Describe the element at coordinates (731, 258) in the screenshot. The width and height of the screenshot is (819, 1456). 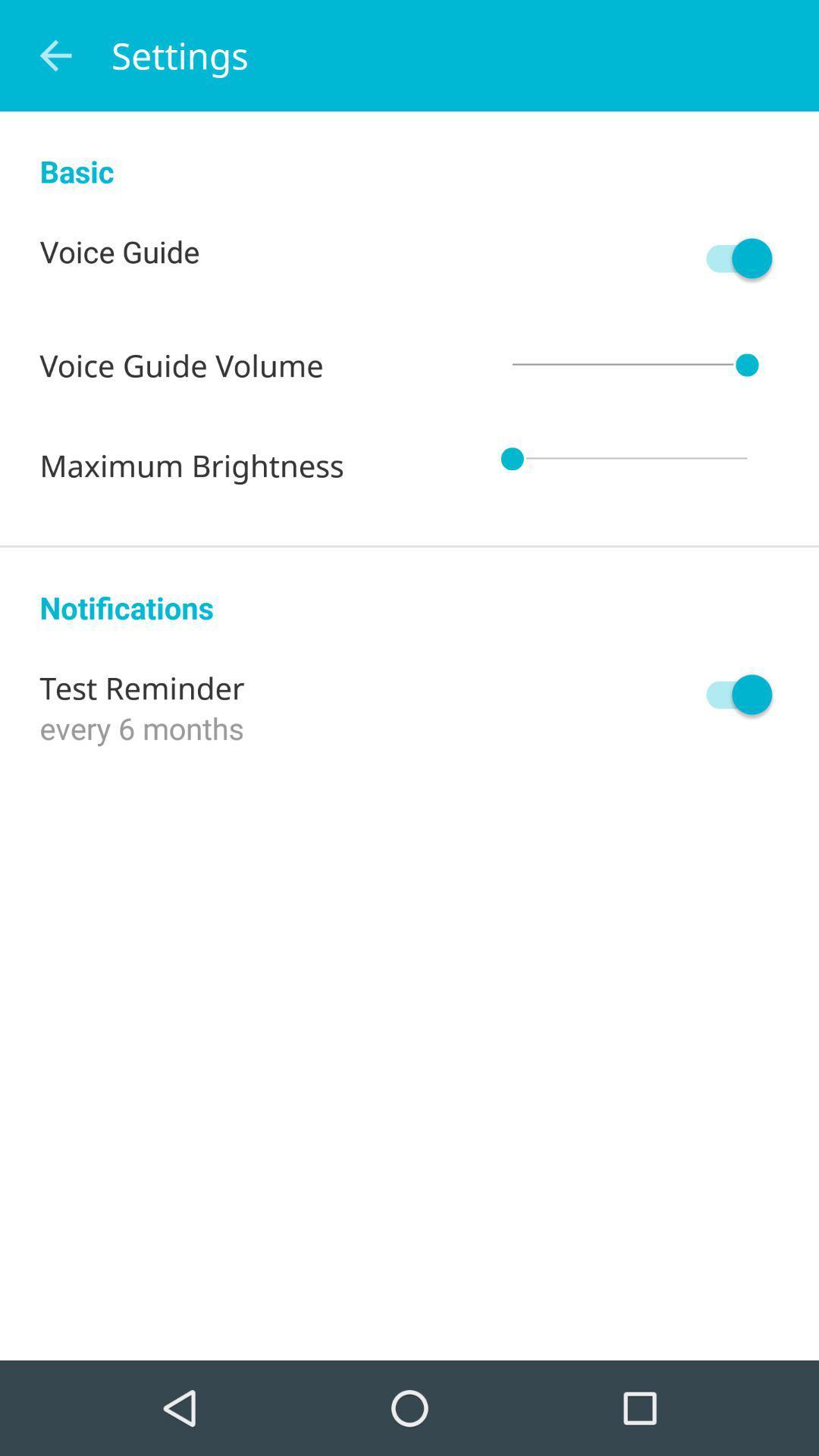
I see `the icon to the right of voice guide icon` at that location.